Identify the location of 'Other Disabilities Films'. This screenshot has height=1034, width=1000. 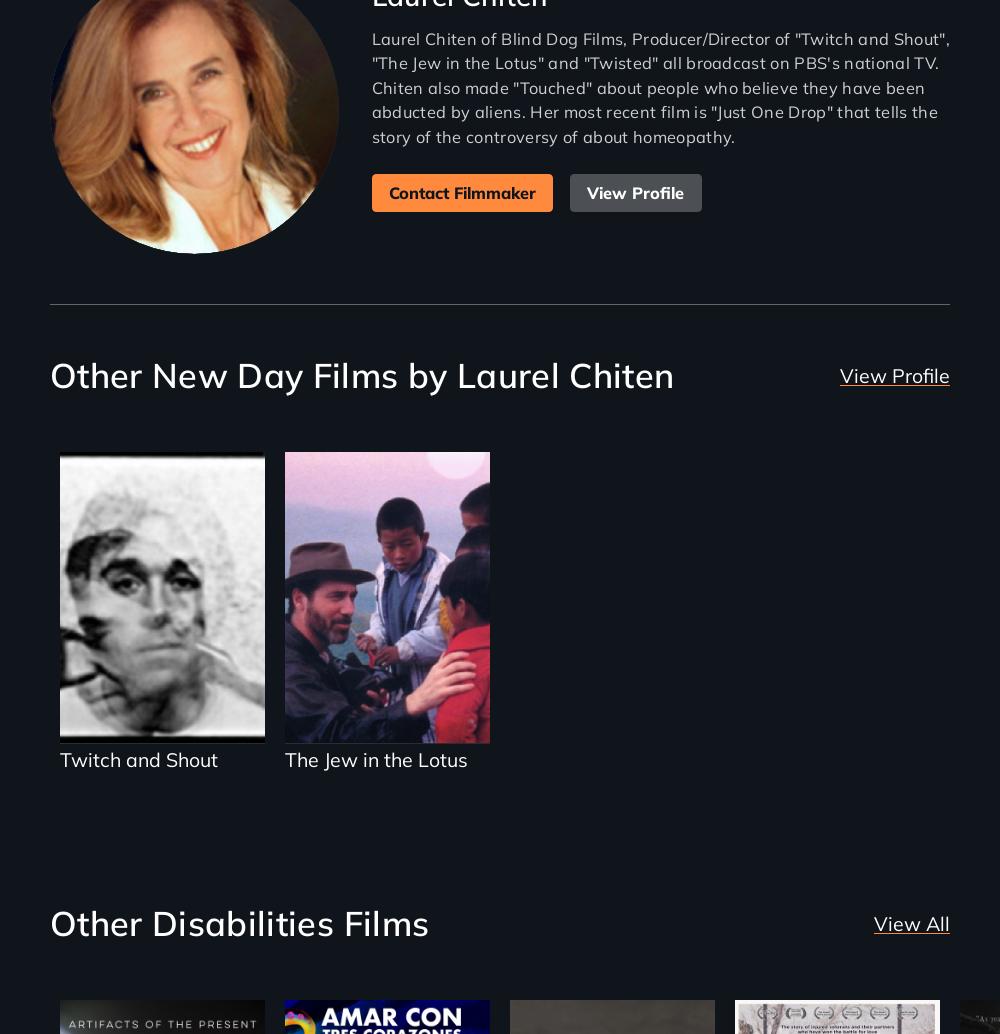
(238, 922).